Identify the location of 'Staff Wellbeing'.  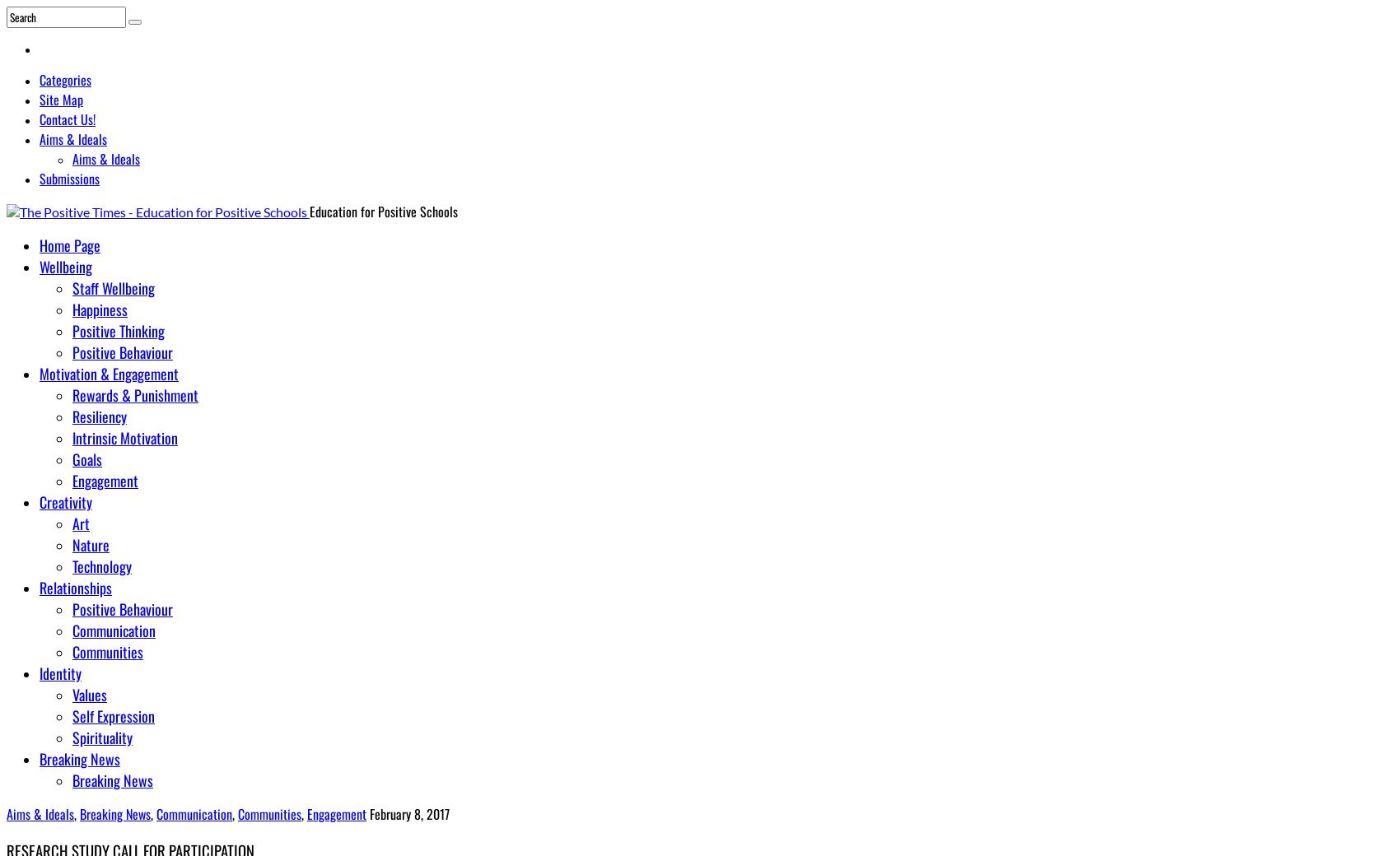
(72, 286).